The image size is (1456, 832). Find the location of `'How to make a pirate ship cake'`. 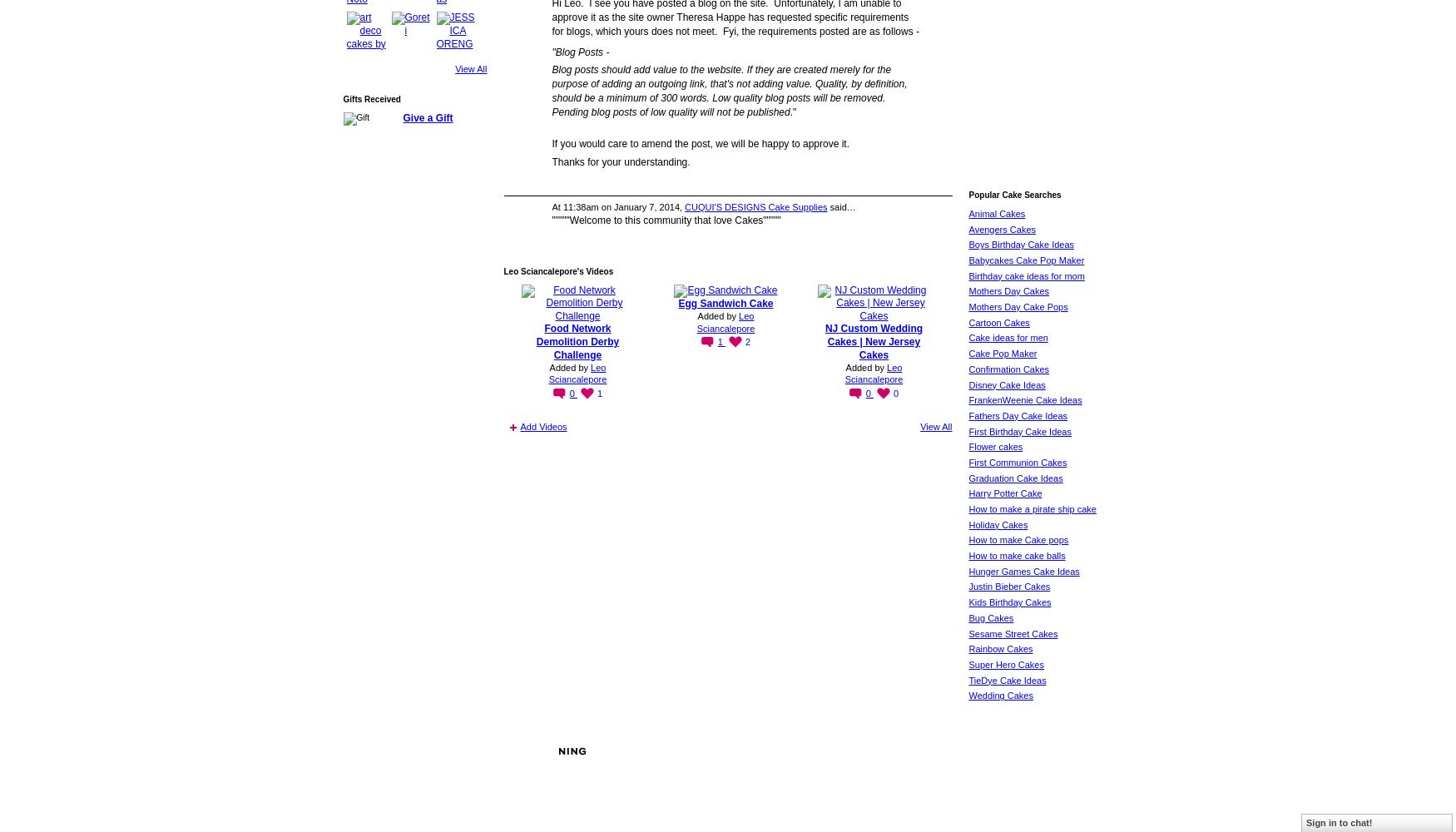

'How to make a pirate ship cake' is located at coordinates (1032, 508).